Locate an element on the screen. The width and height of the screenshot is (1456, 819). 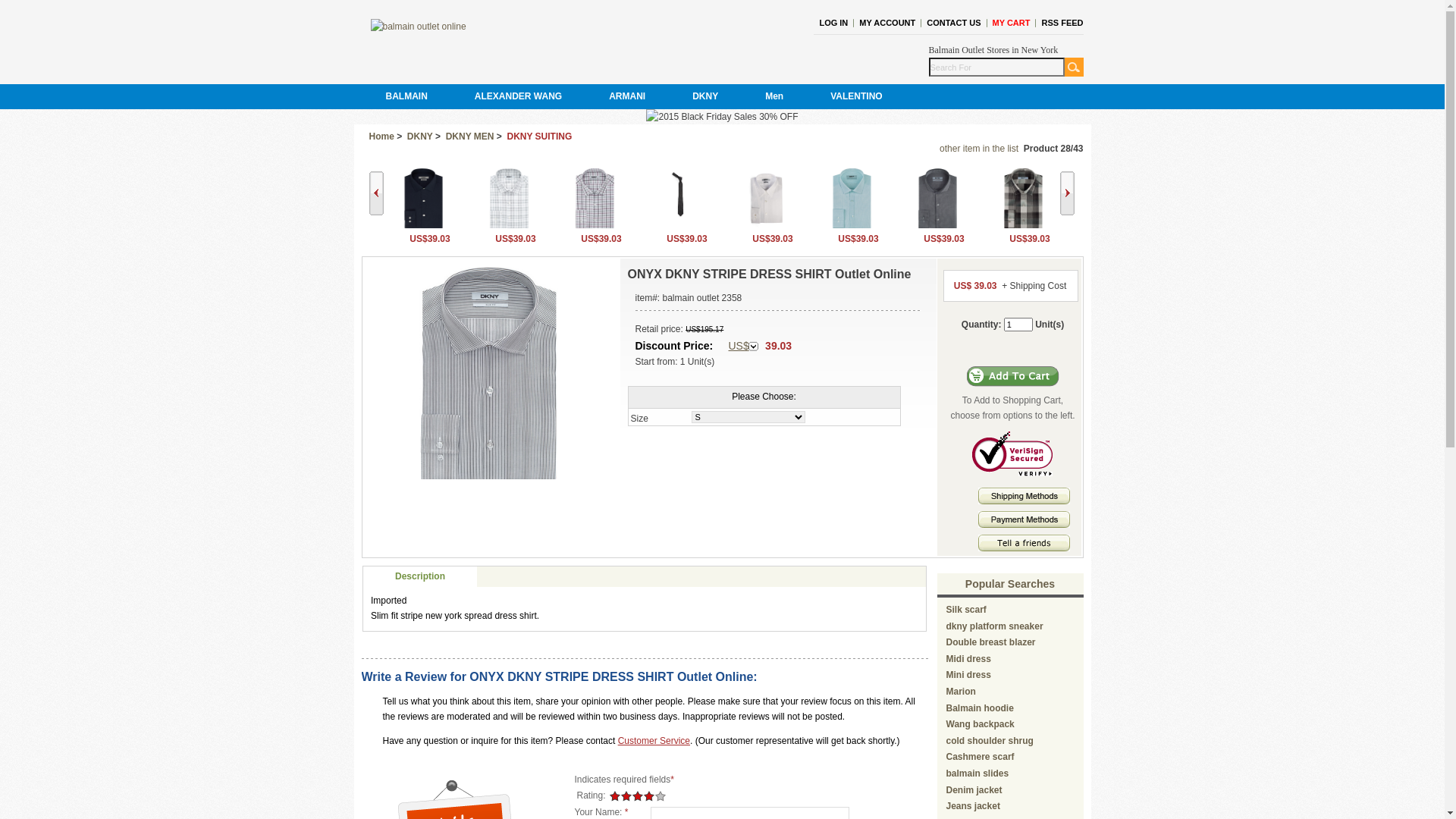
'CONTACT US' is located at coordinates (952, 23).